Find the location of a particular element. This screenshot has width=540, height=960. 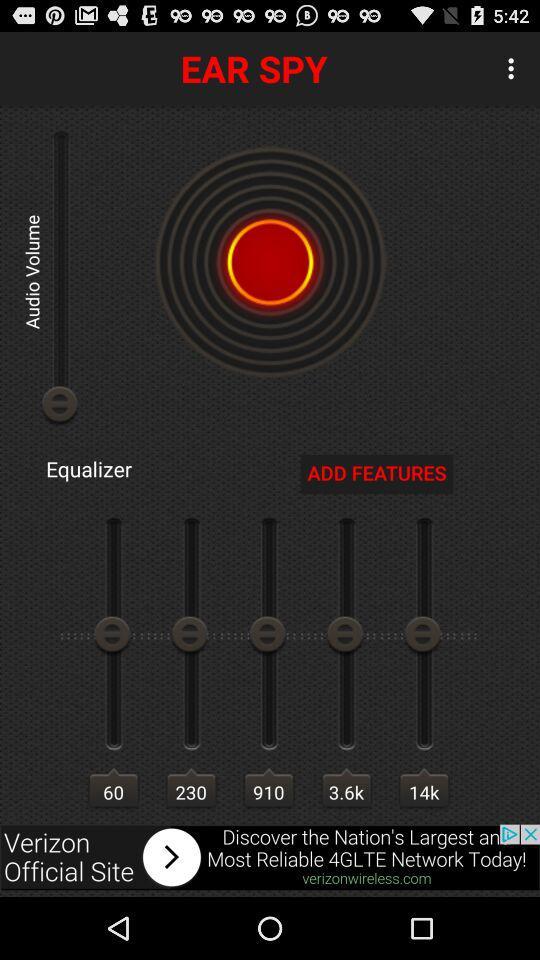

audio volume is located at coordinates (270, 261).